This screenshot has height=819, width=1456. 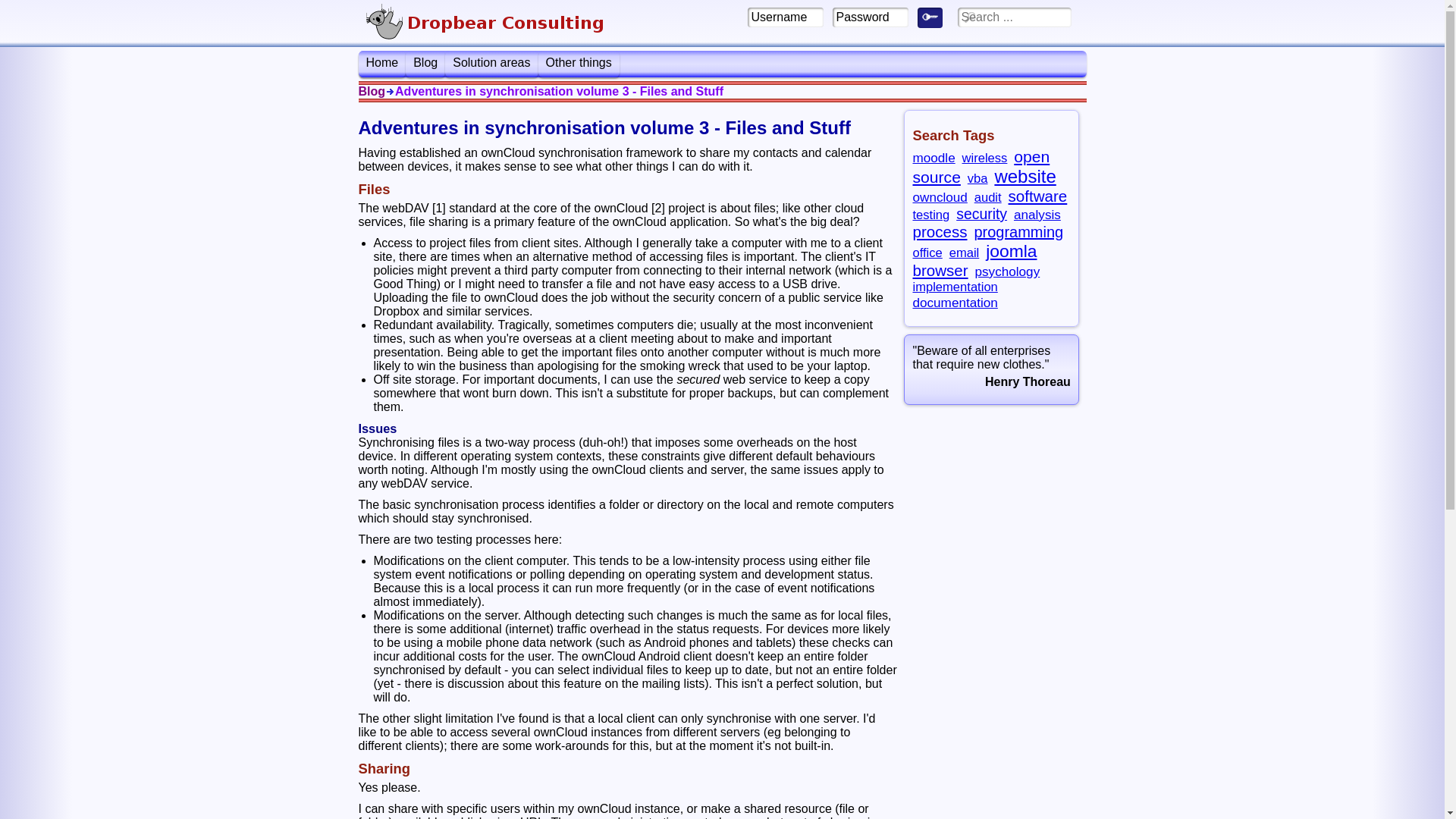 What do you see at coordinates (381, 63) in the screenshot?
I see `'Home'` at bounding box center [381, 63].